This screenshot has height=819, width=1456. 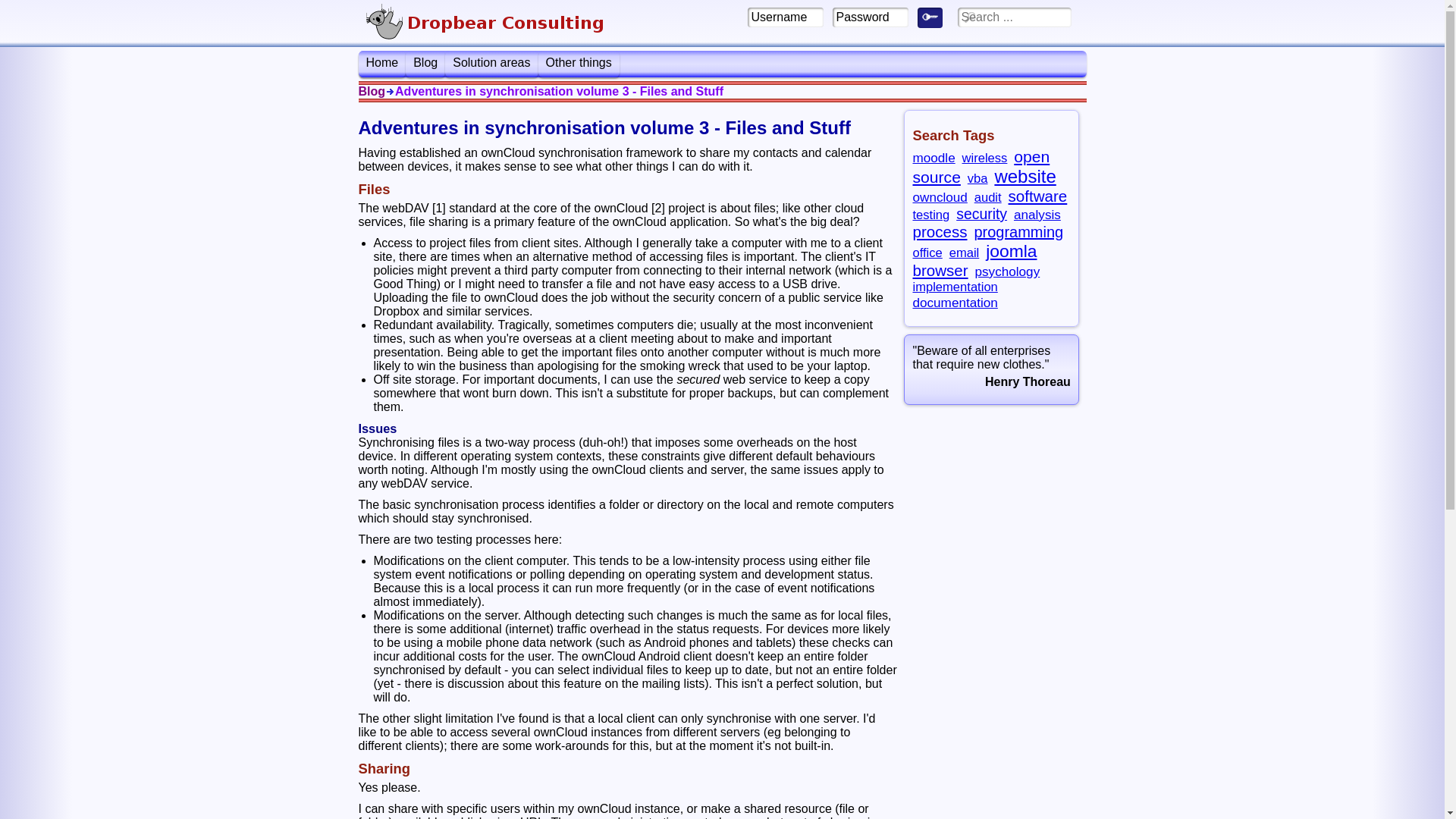 What do you see at coordinates (381, 63) in the screenshot?
I see `'Home'` at bounding box center [381, 63].